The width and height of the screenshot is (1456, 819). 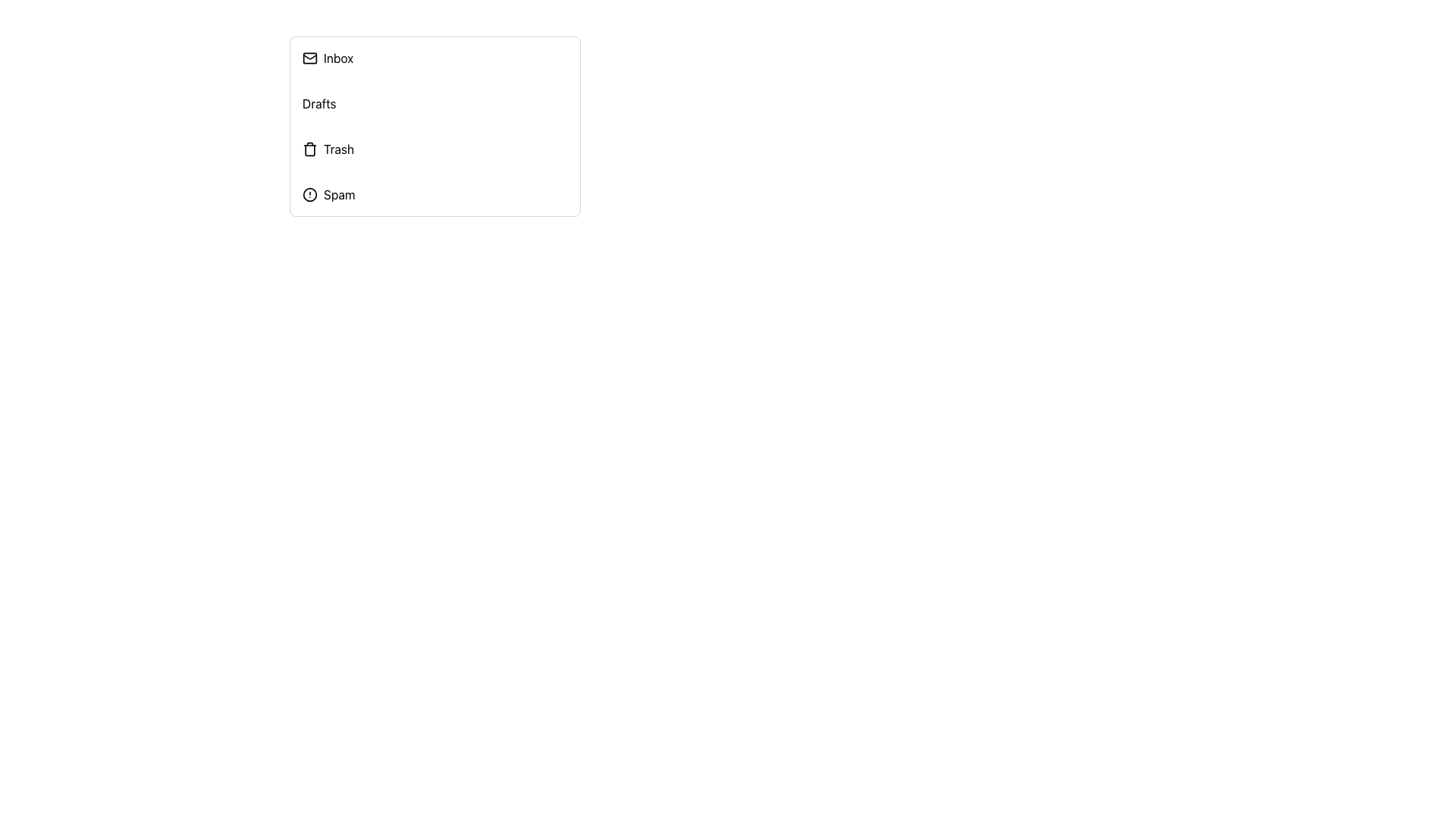 What do you see at coordinates (435, 149) in the screenshot?
I see `the third list item in the vertical navigation menu, located below 'Inbox' and 'Drafts' and above 'Spam'` at bounding box center [435, 149].